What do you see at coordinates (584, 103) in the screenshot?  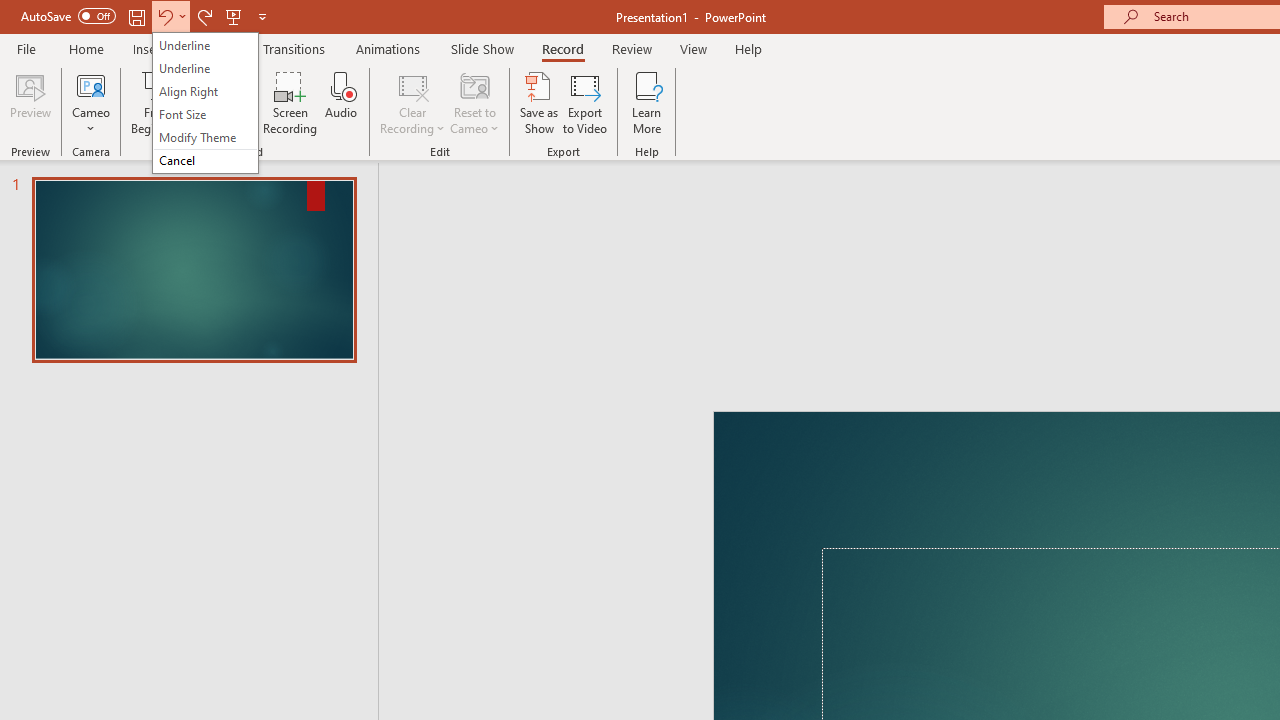 I see `'Export to Video'` at bounding box center [584, 103].